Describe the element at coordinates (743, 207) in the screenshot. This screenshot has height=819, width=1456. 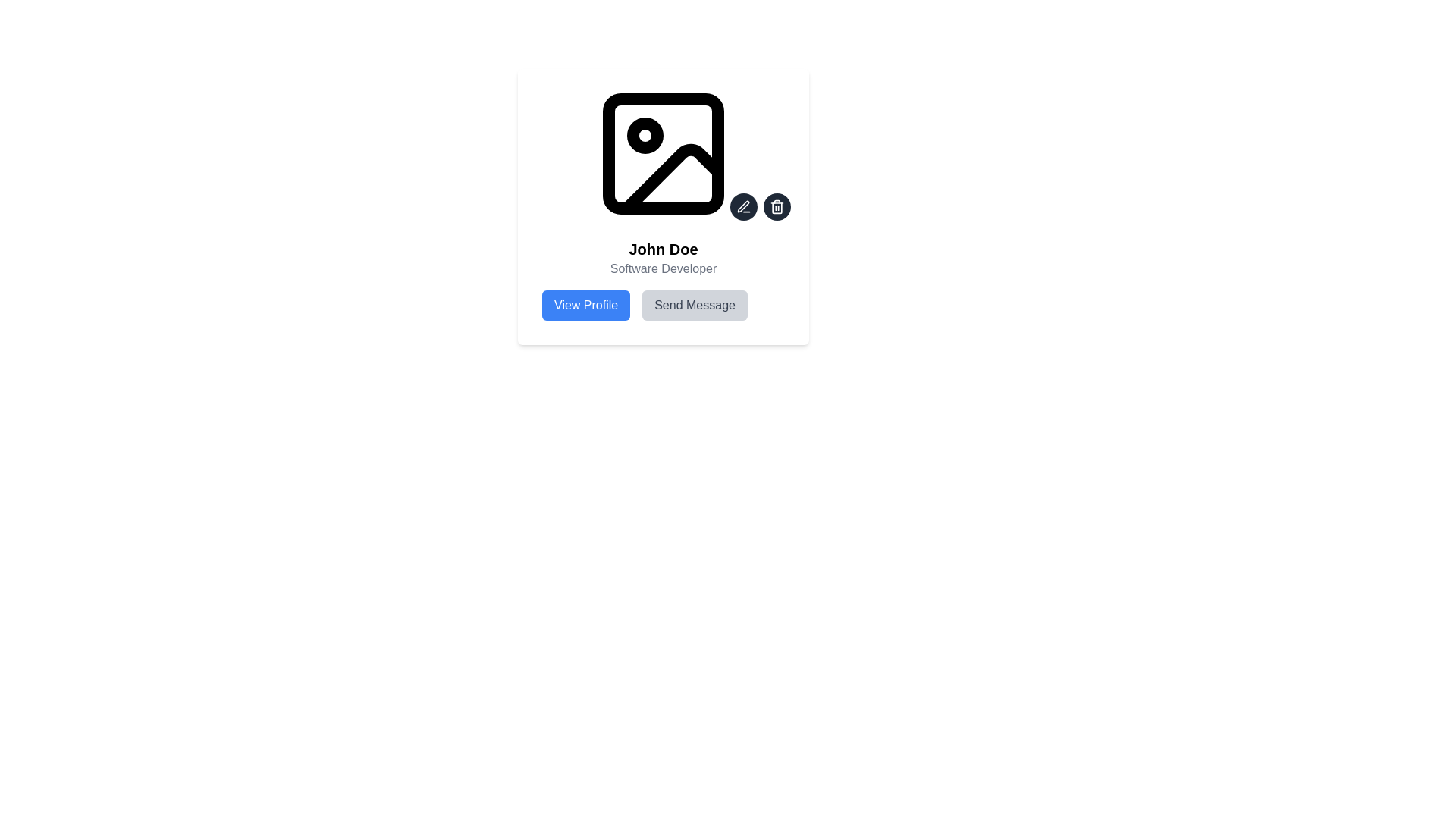
I see `the edit icon represented as a pen line in a white outline, located in the top-right corner of the profile card adjacent to the delete icon` at that location.